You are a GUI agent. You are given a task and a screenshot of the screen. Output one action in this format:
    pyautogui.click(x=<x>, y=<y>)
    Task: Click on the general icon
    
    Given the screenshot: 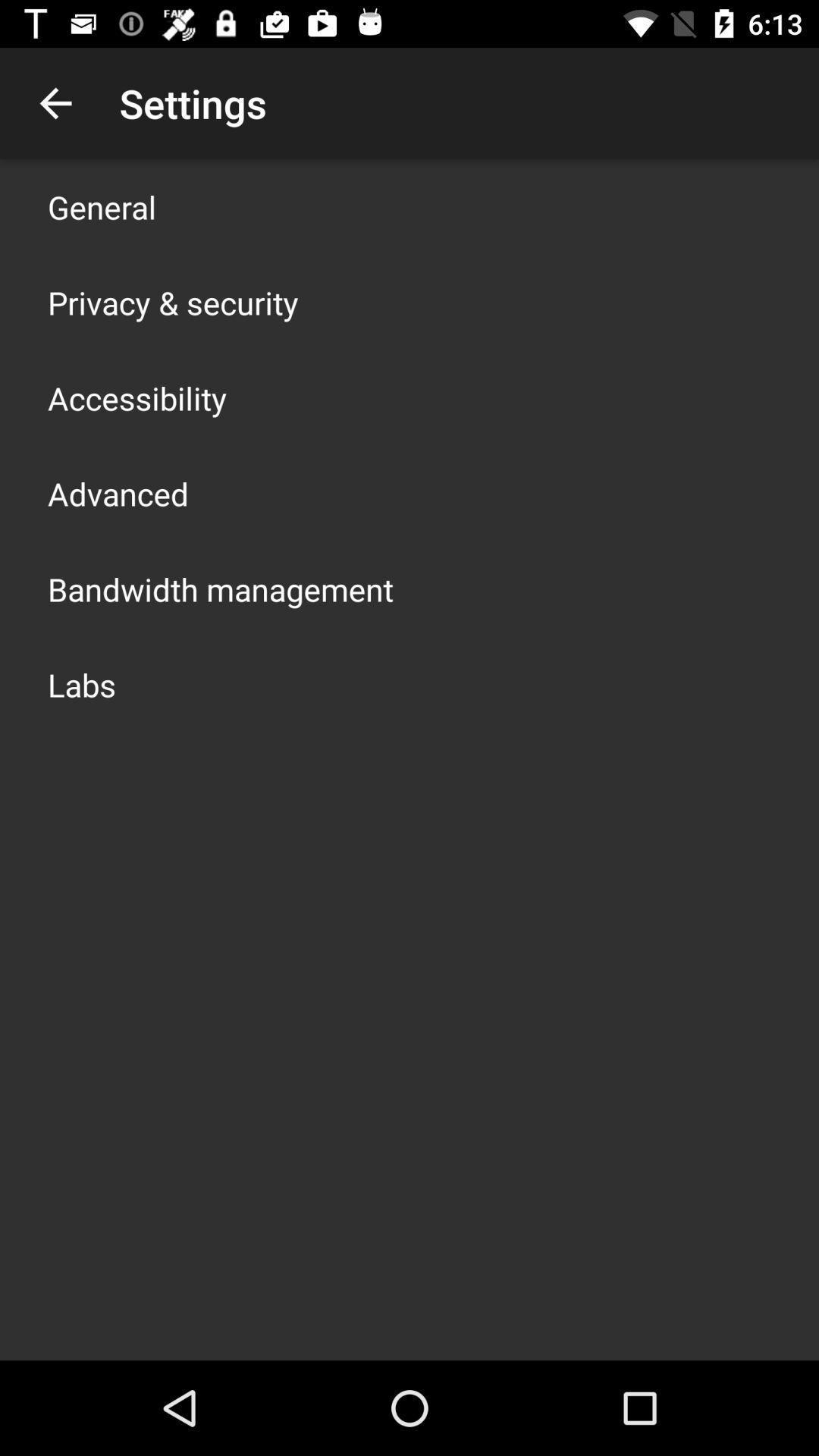 What is the action you would take?
    pyautogui.click(x=102, y=206)
    